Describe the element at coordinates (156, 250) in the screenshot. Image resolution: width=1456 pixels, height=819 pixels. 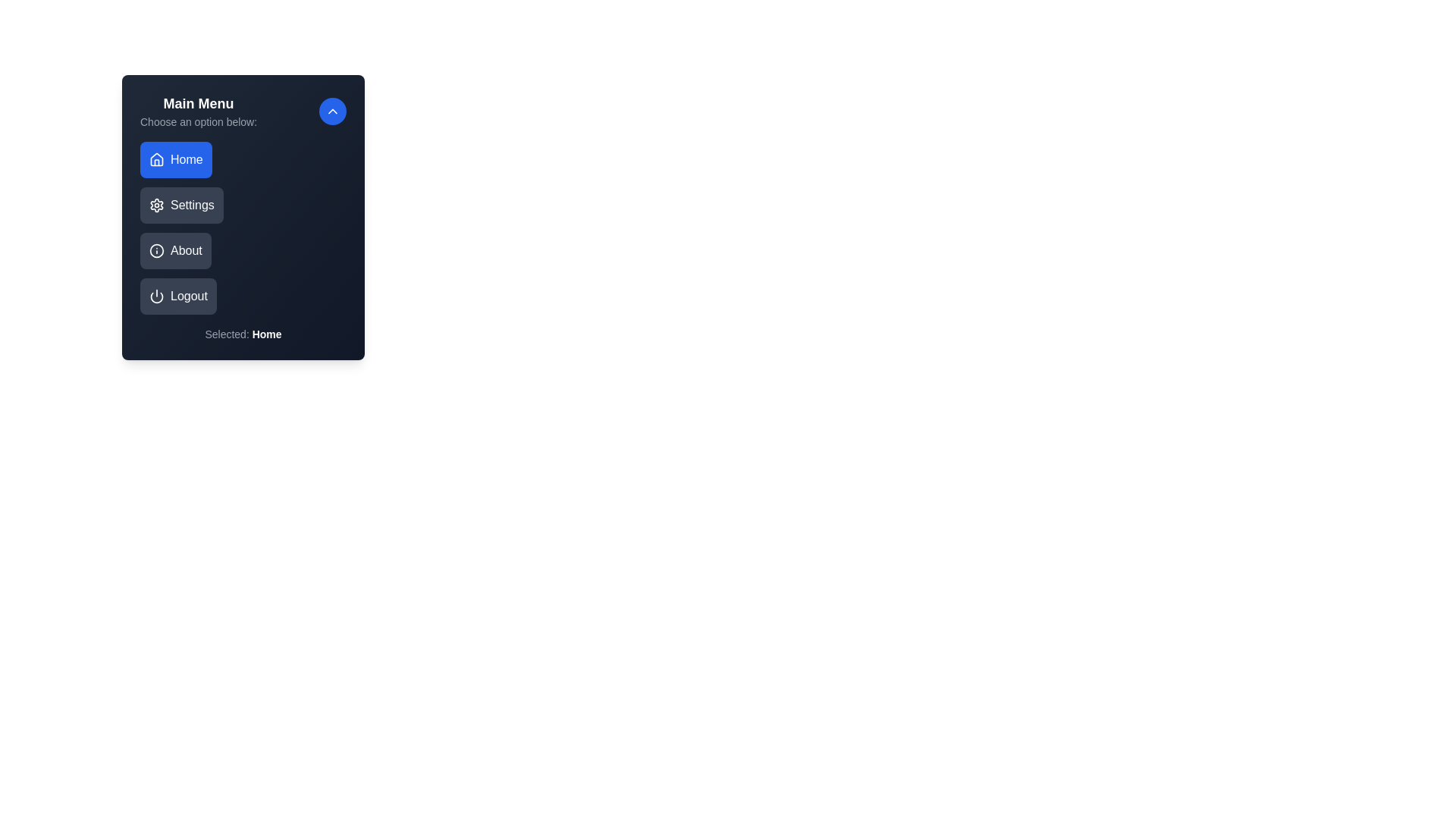
I see `the circular icon within the 'About' menu item, which is the third option in the vertical list` at that location.